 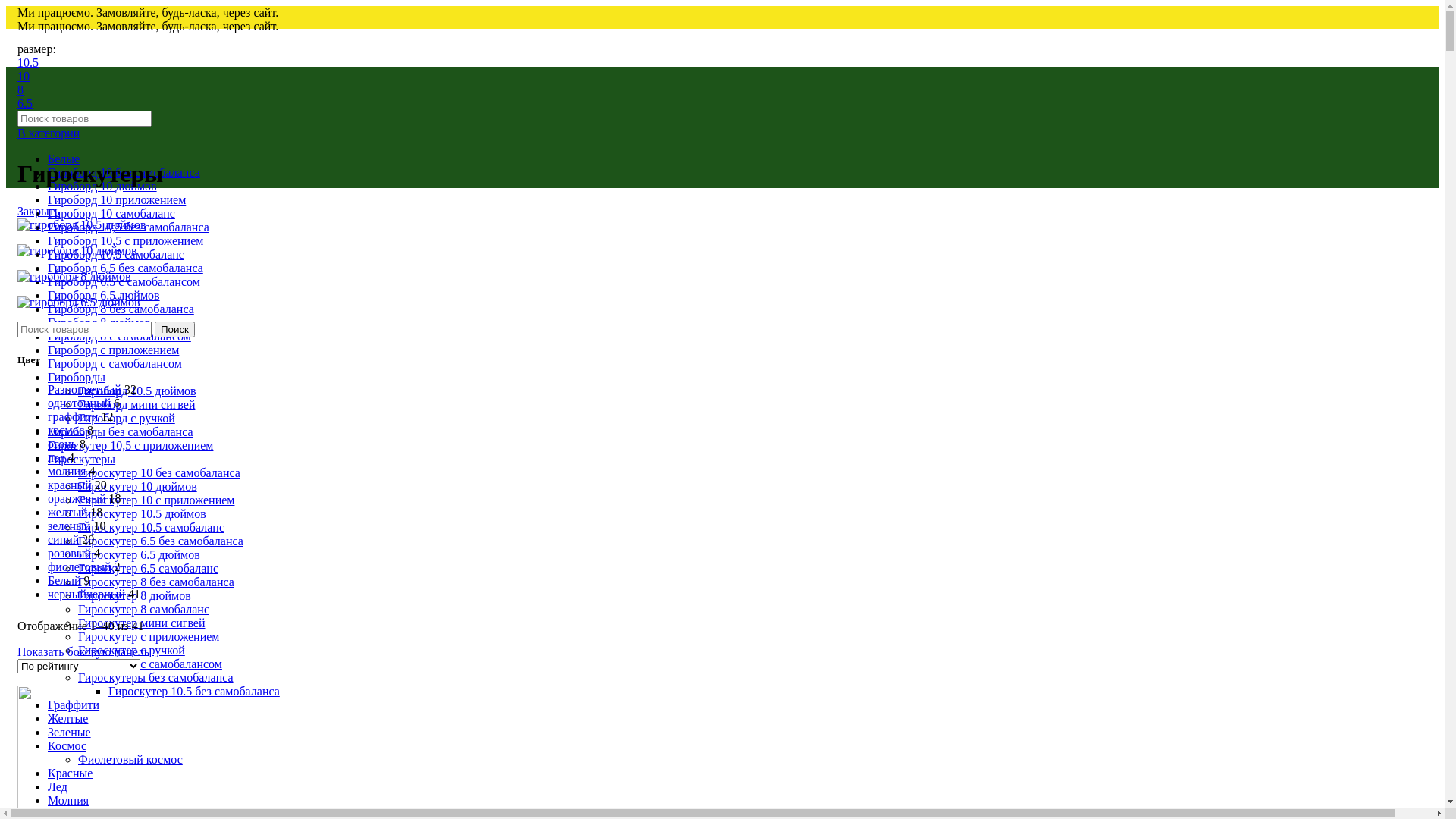 What do you see at coordinates (20, 89) in the screenshot?
I see `'8'` at bounding box center [20, 89].